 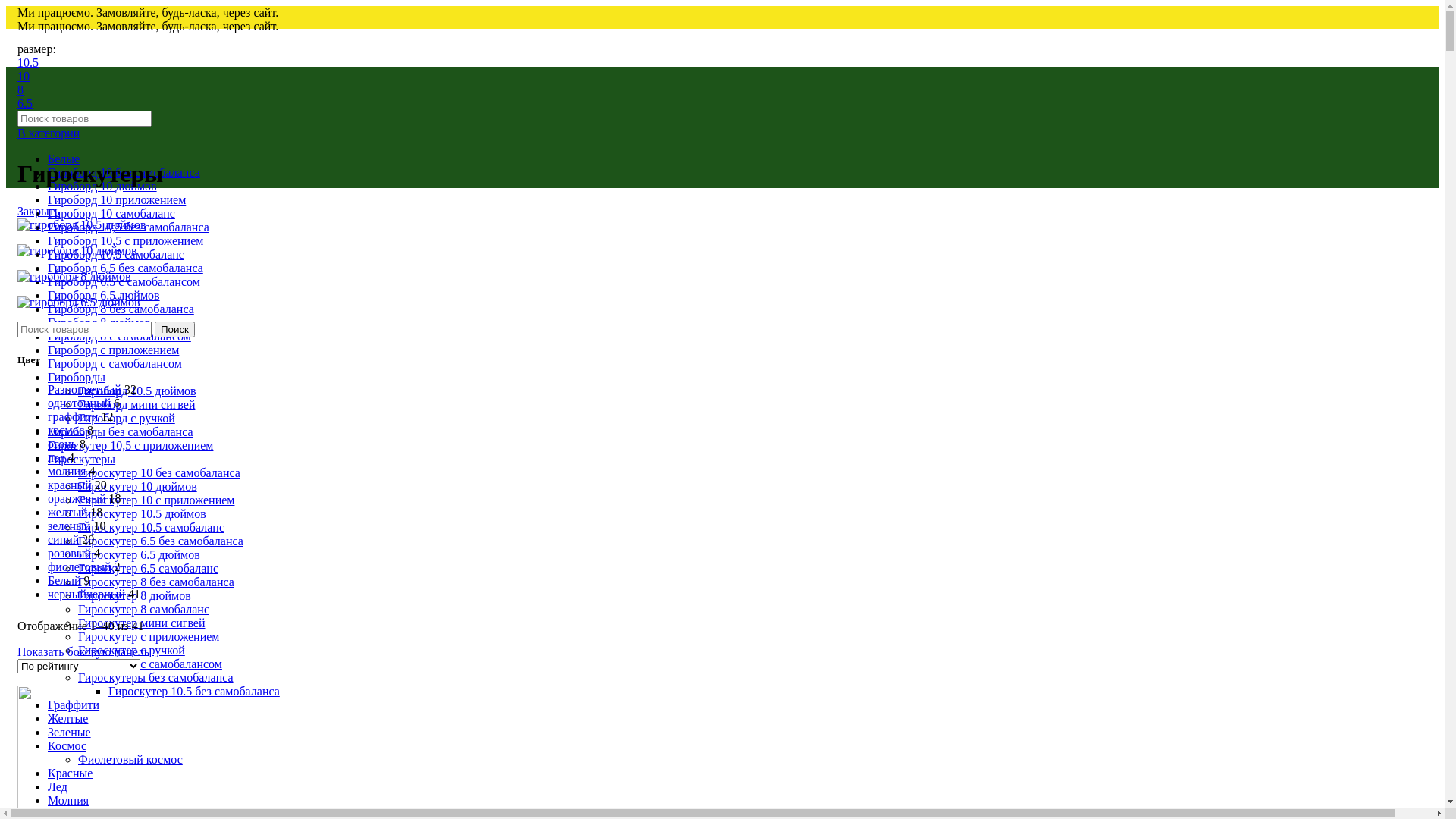 What do you see at coordinates (20, 89) in the screenshot?
I see `'8'` at bounding box center [20, 89].